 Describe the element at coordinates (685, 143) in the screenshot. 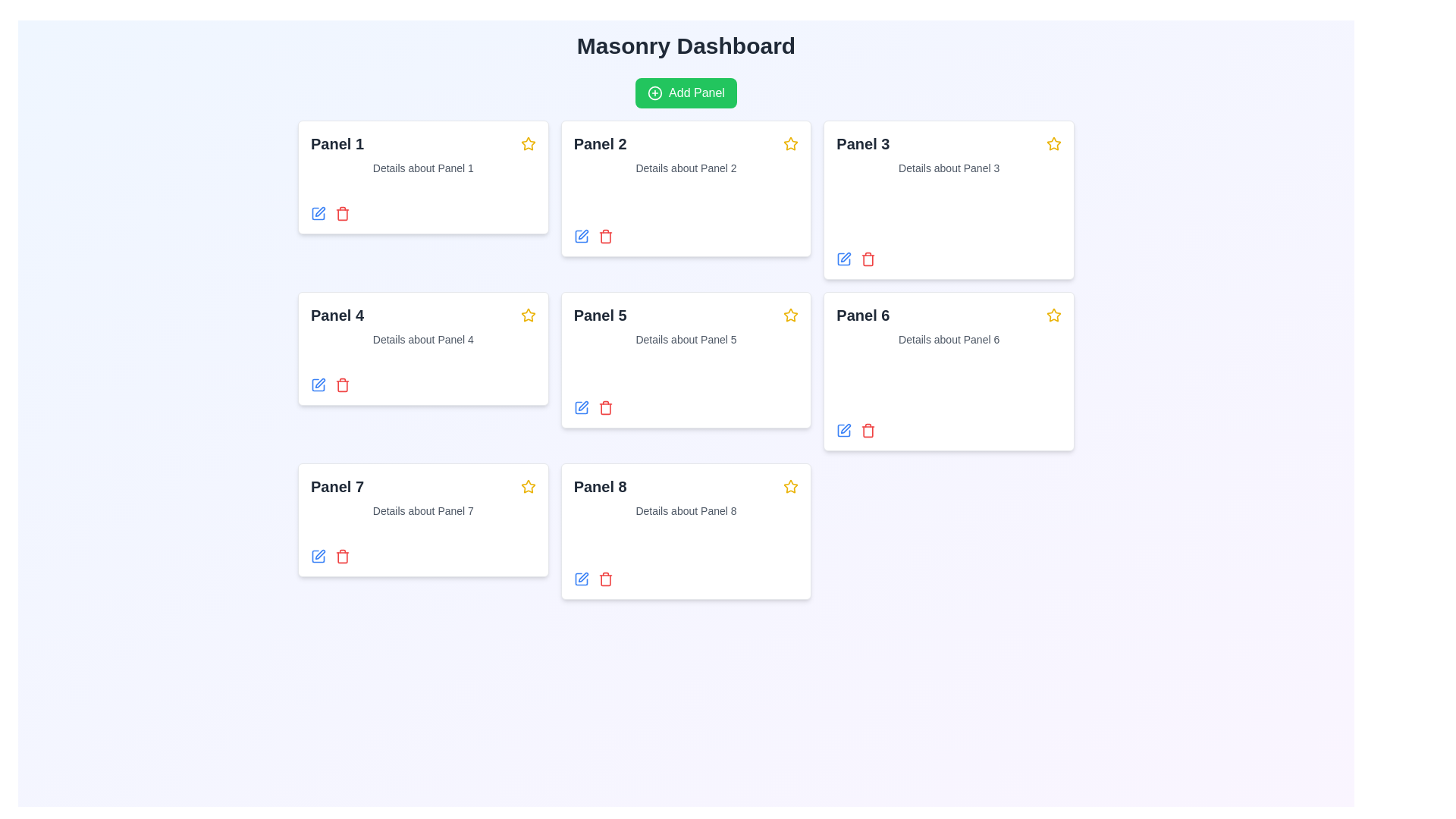

I see `Text Label header for 'Panel 2' which serves as the title for the corresponding panel, positioned in the second column of the first row of the grid layout` at that location.